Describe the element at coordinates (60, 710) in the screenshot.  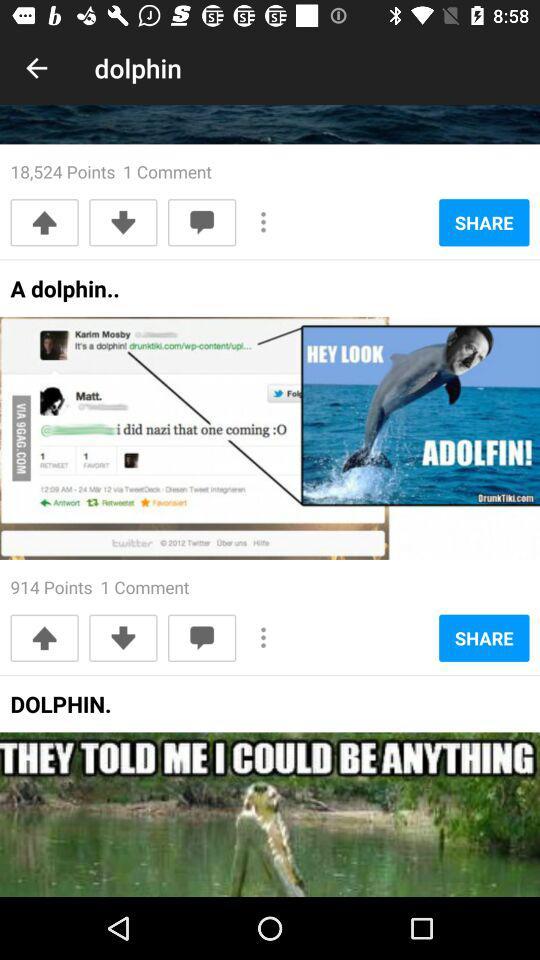
I see `the dolphin.` at that location.